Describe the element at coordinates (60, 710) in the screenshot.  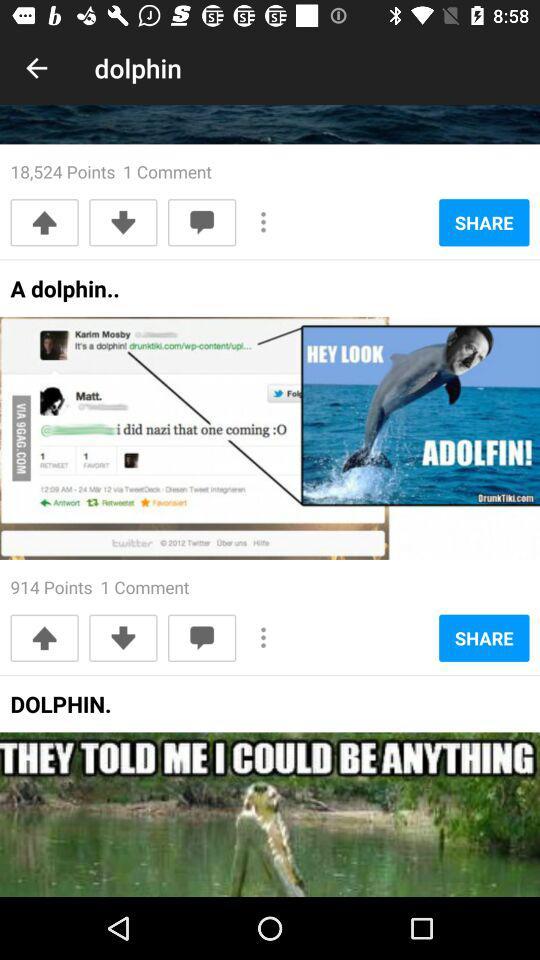
I see `the dolphin.` at that location.